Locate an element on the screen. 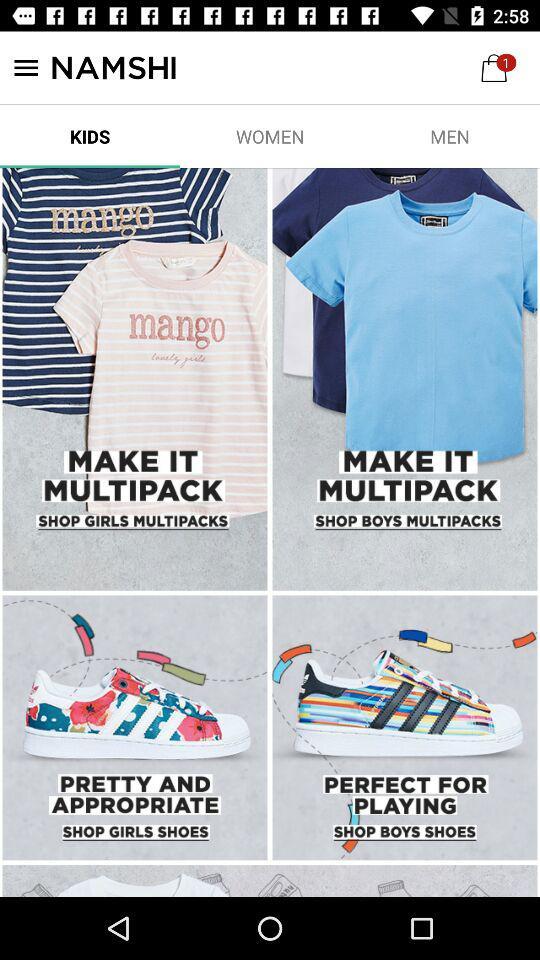 Image resolution: width=540 pixels, height=960 pixels. the icon next to the women is located at coordinates (449, 135).